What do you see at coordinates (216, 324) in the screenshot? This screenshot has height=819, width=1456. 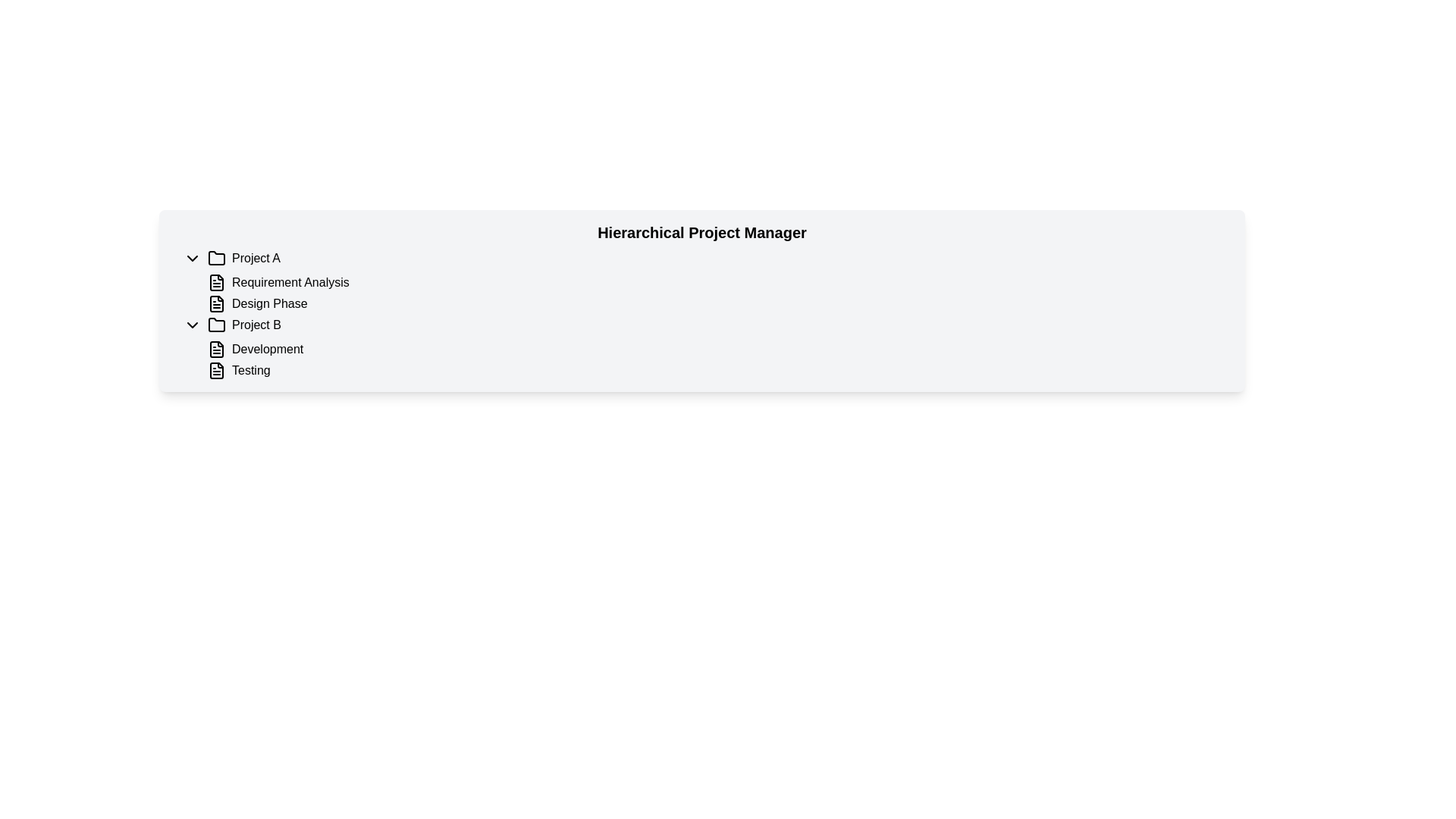 I see `the folder icon representing 'Project B'` at bounding box center [216, 324].